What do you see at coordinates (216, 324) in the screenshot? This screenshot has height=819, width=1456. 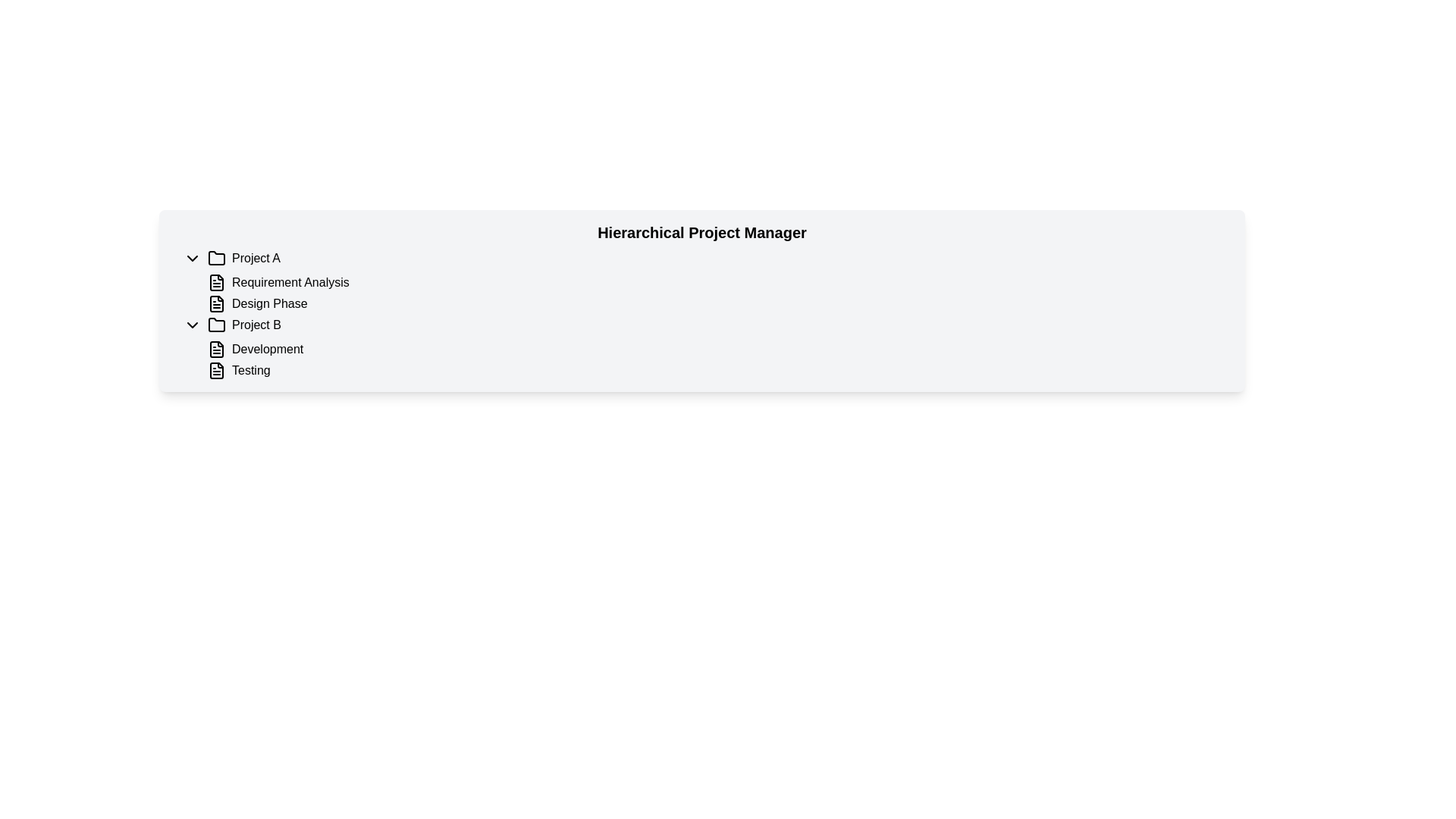 I see `the folder icon representing 'Project B'` at bounding box center [216, 324].